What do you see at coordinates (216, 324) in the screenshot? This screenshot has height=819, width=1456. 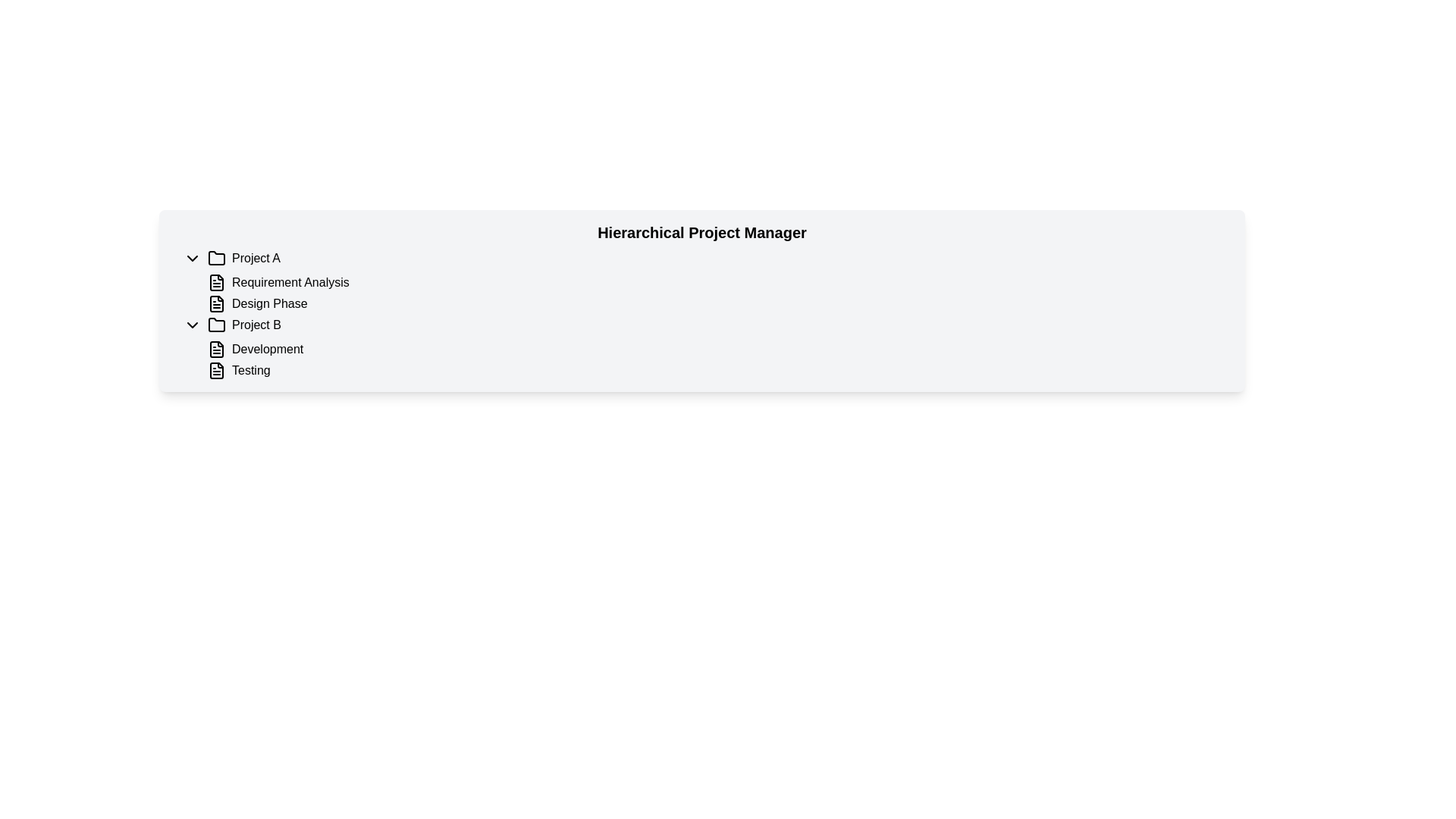 I see `the folder icon representing 'Project B'` at bounding box center [216, 324].